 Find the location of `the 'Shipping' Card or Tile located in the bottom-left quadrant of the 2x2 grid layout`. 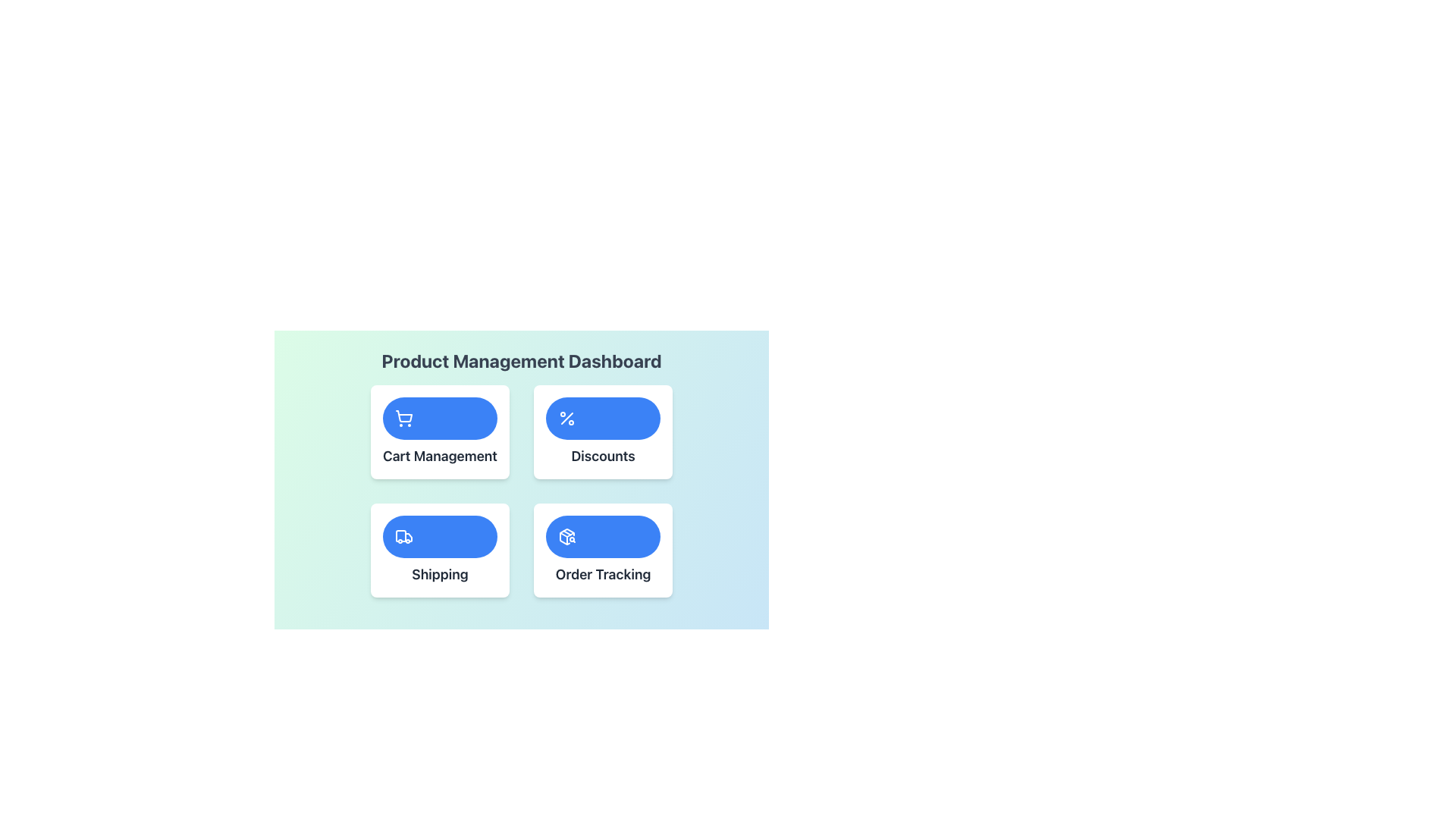

the 'Shipping' Card or Tile located in the bottom-left quadrant of the 2x2 grid layout is located at coordinates (439, 550).